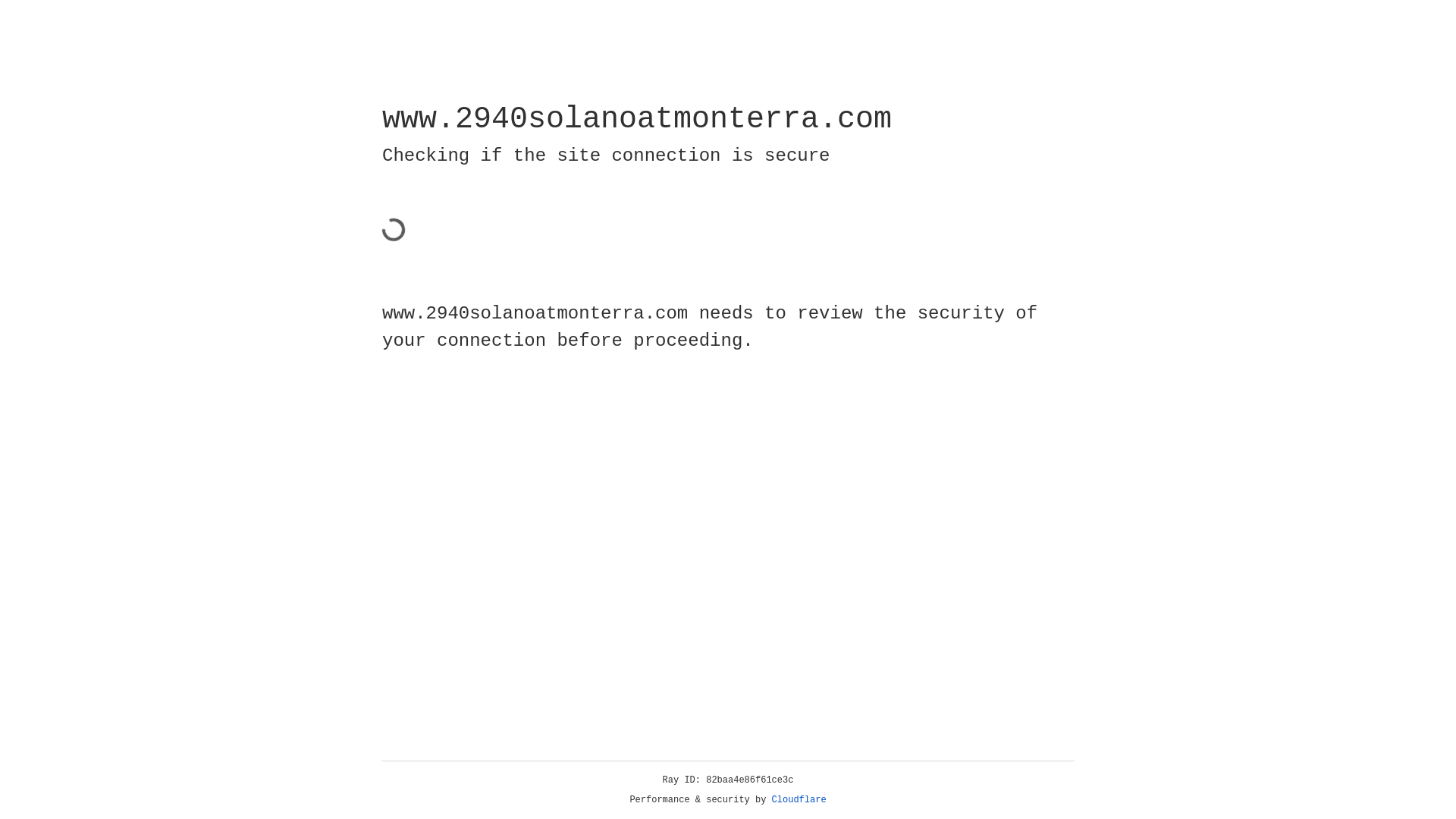 The width and height of the screenshot is (1456, 819). I want to click on 'Cloudflare', so click(771, 799).